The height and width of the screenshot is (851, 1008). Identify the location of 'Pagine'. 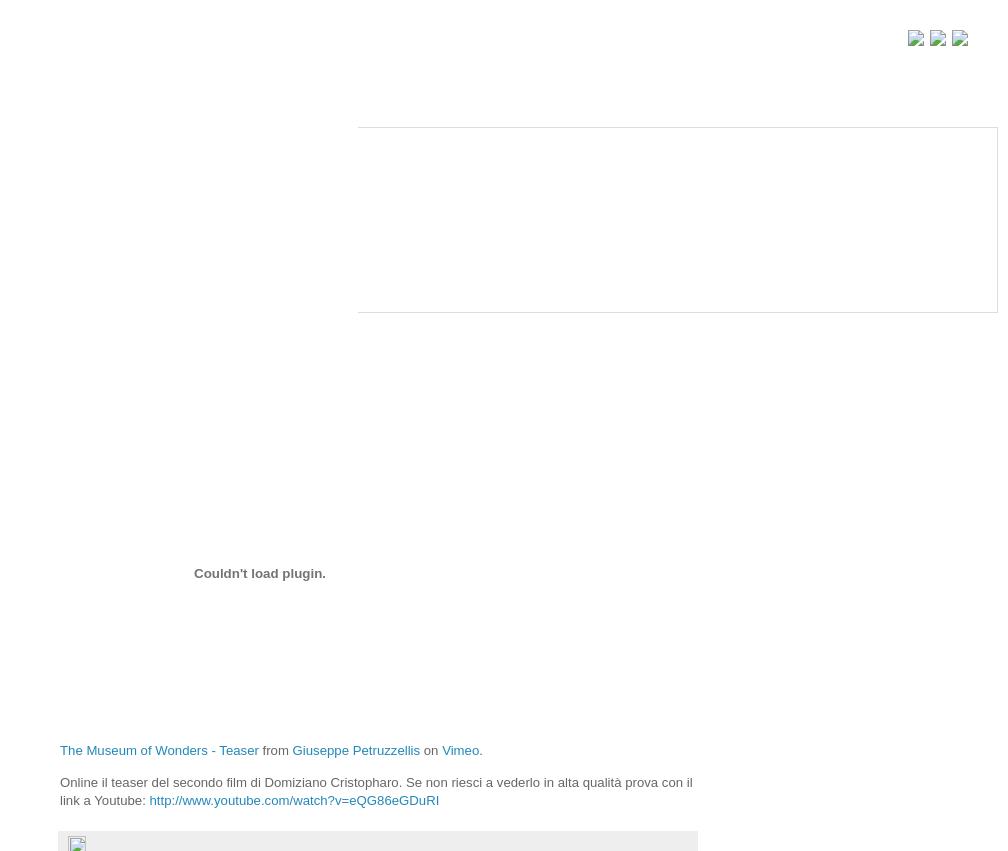
(67, 108).